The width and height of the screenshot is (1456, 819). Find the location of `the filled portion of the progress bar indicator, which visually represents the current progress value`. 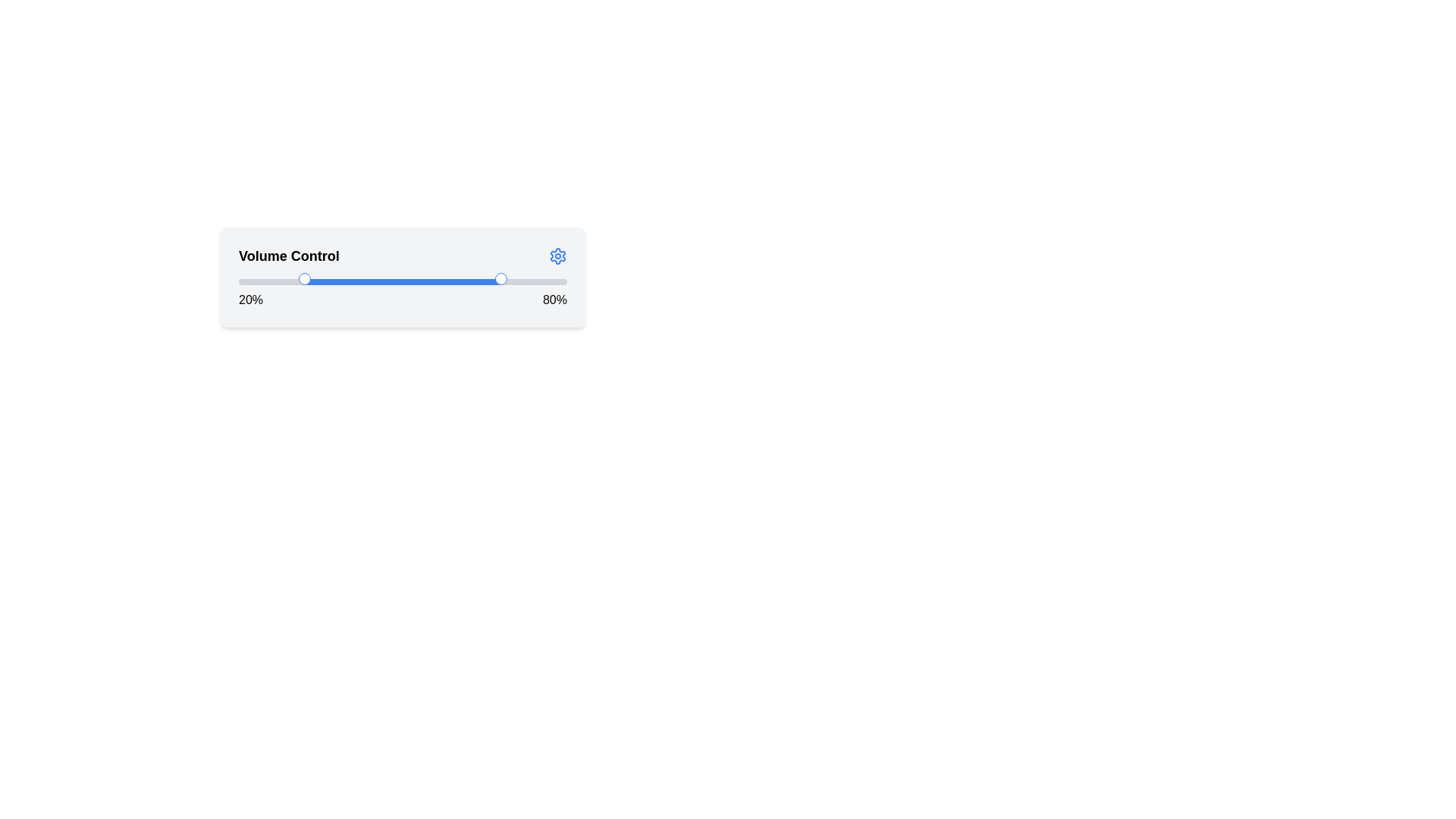

the filled portion of the progress bar indicator, which visually represents the current progress value is located at coordinates (403, 281).